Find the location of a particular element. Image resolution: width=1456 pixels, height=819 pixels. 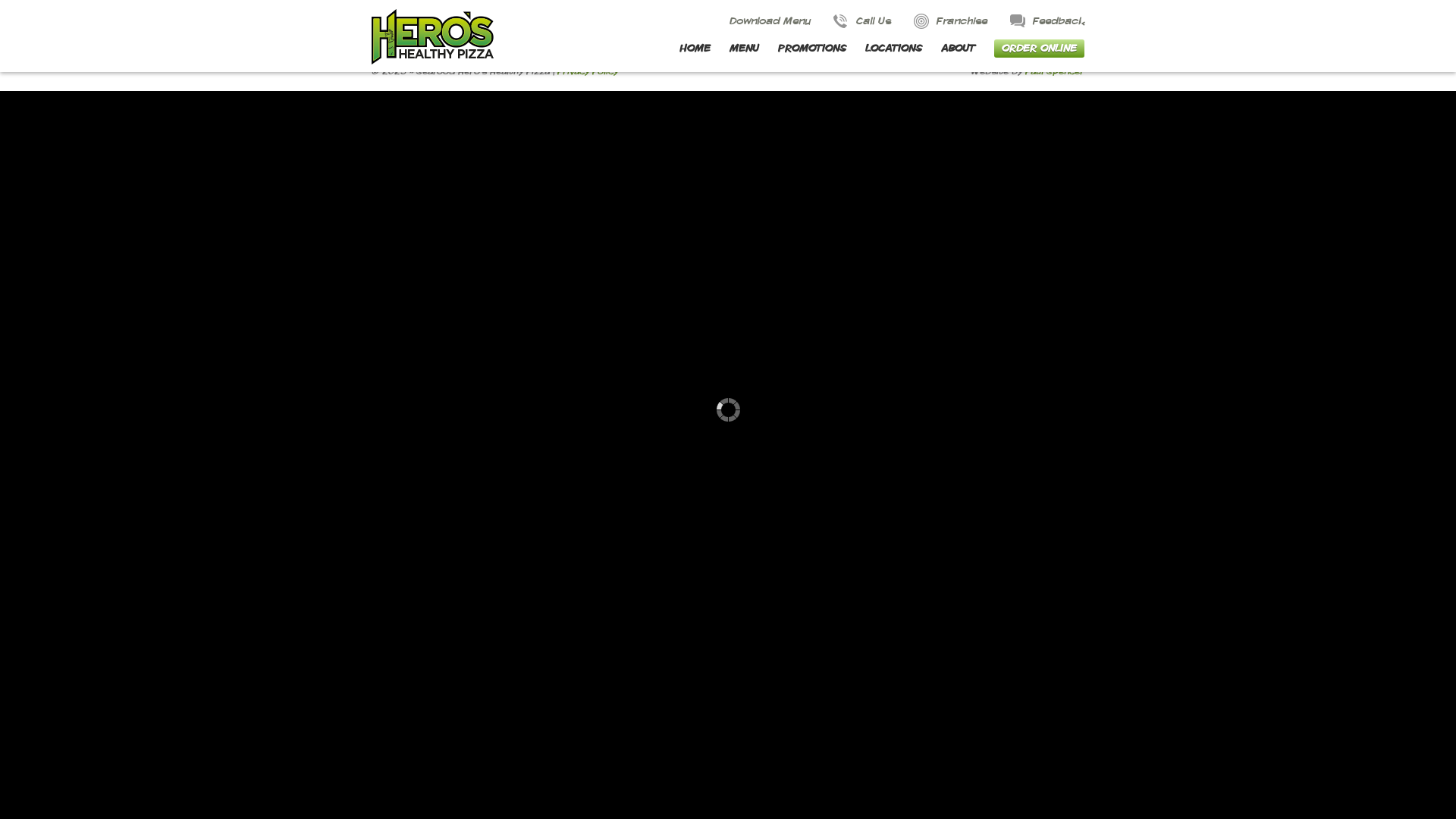

'Hero's Healthy Pizza' is located at coordinates (371, 36).